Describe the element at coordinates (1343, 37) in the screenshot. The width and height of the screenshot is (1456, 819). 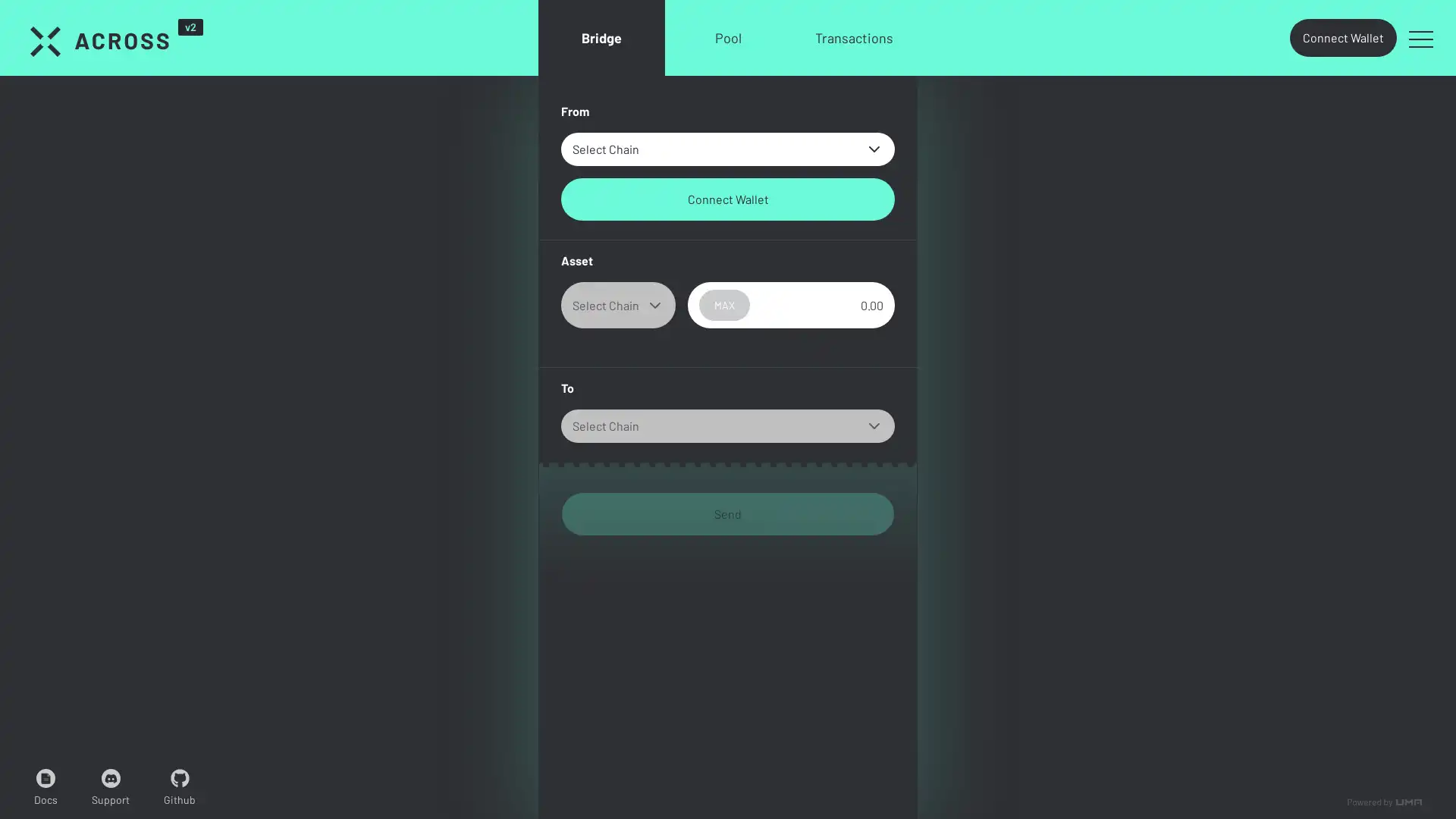
I see `Connect Wallet` at that location.